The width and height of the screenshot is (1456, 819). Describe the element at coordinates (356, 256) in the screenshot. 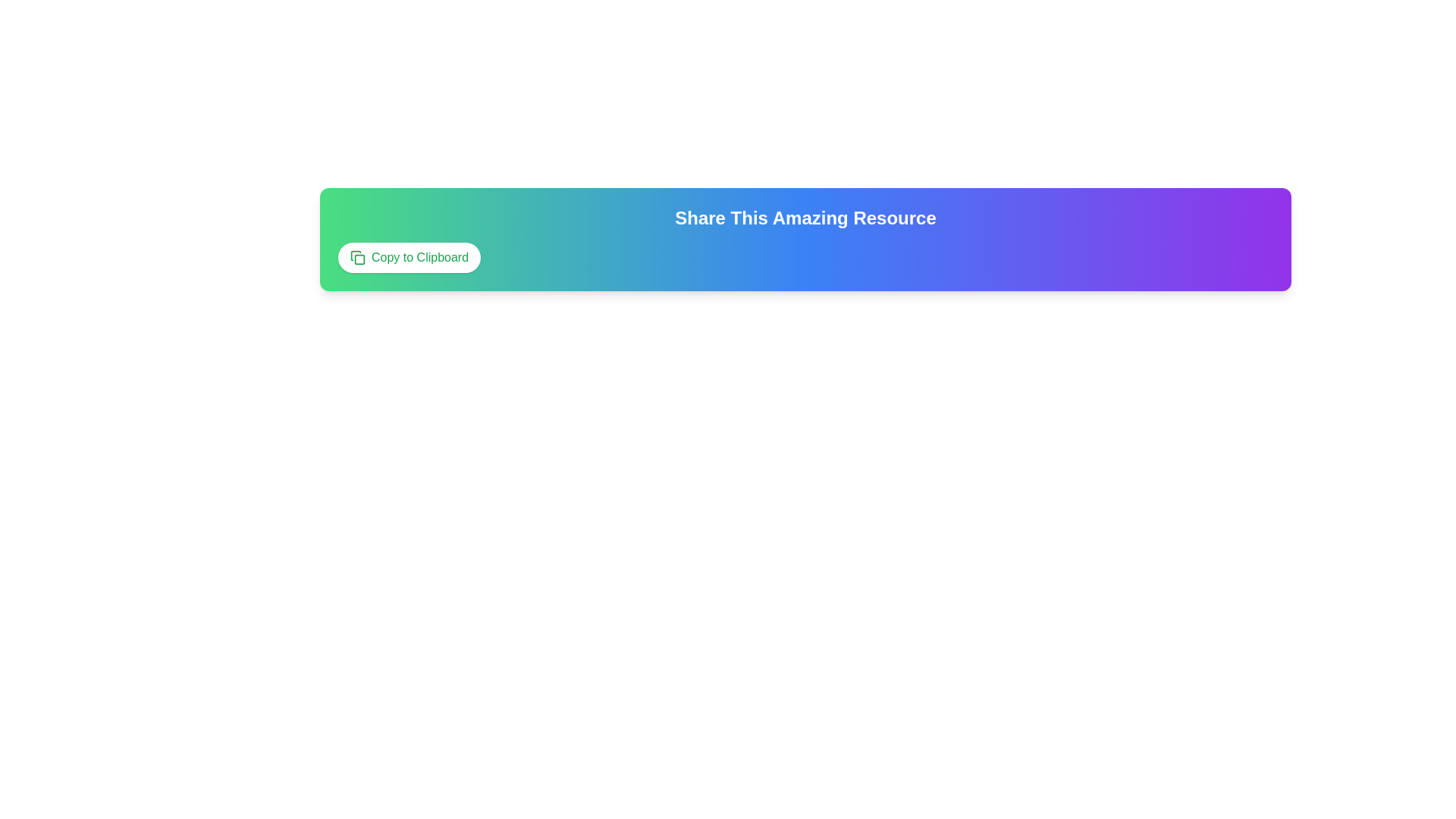

I see `the small square icon depicting two overlapping rectangles, styled as a vector graphic with a green color scheme, located within the 'Copy to Clipboard' button` at that location.